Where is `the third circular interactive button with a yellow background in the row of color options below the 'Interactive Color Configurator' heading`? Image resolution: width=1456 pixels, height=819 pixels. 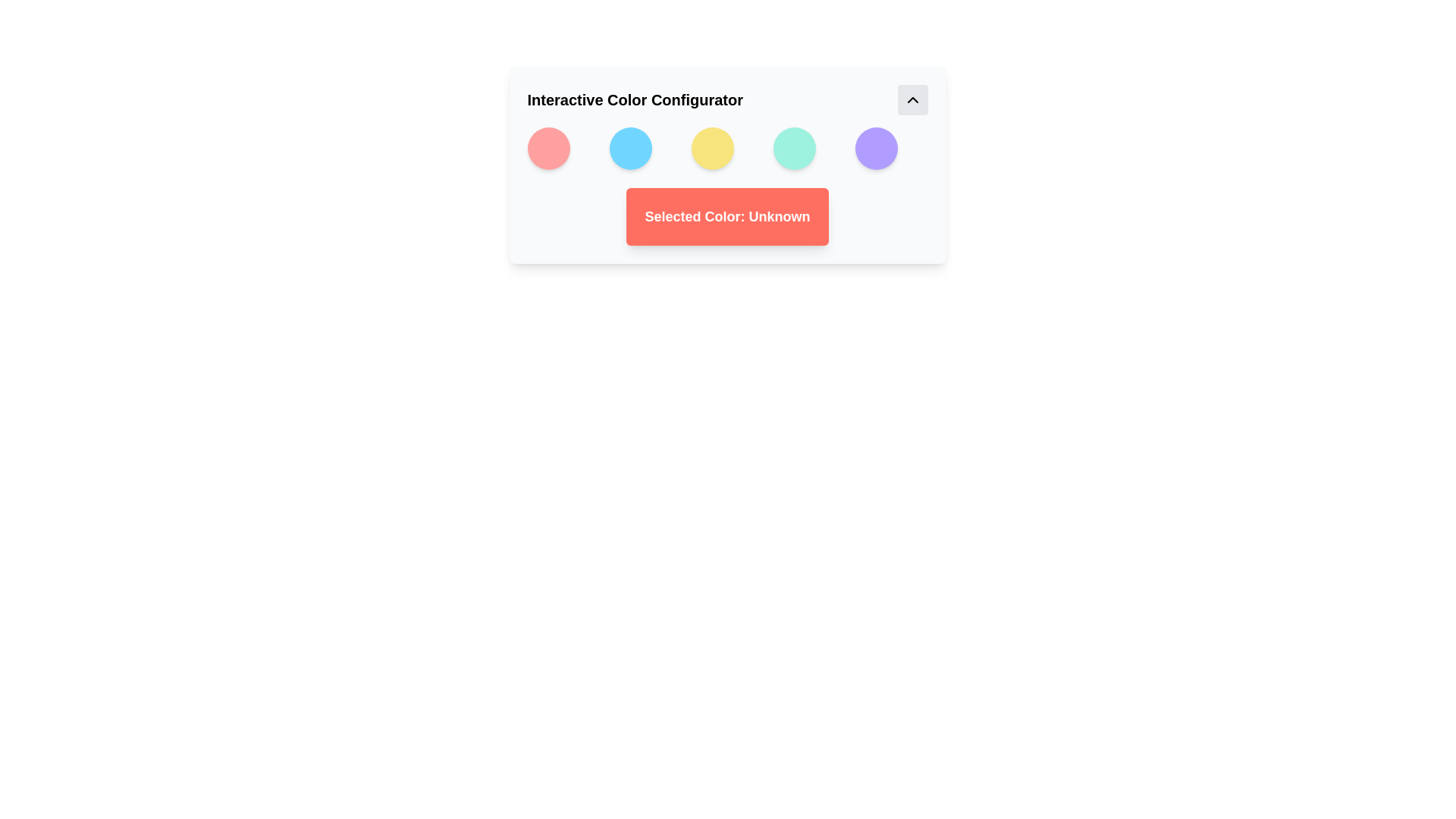 the third circular interactive button with a yellow background in the row of color options below the 'Interactive Color Configurator' heading is located at coordinates (726, 165).